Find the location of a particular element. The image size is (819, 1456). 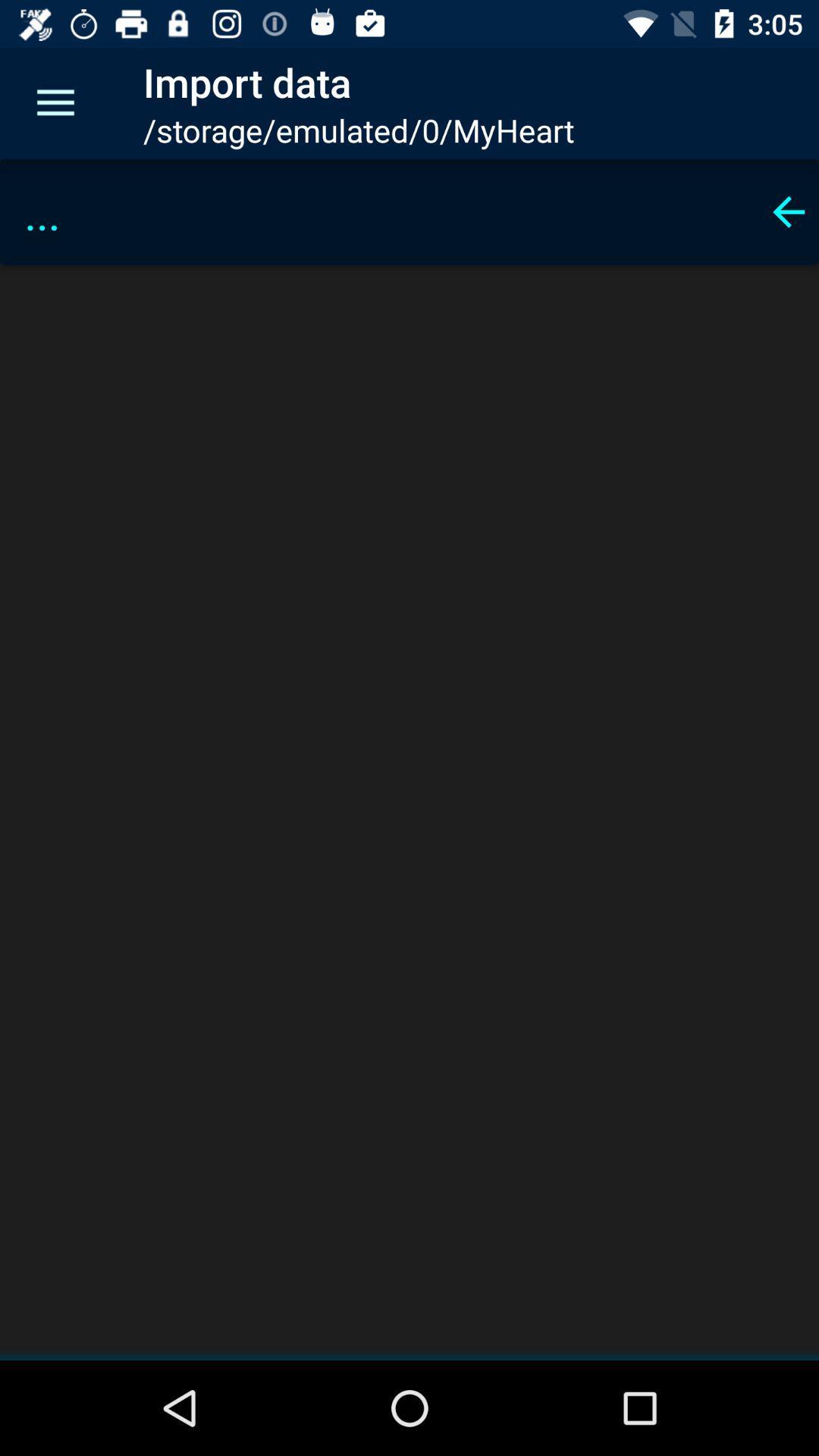

icon above the ... is located at coordinates (55, 102).